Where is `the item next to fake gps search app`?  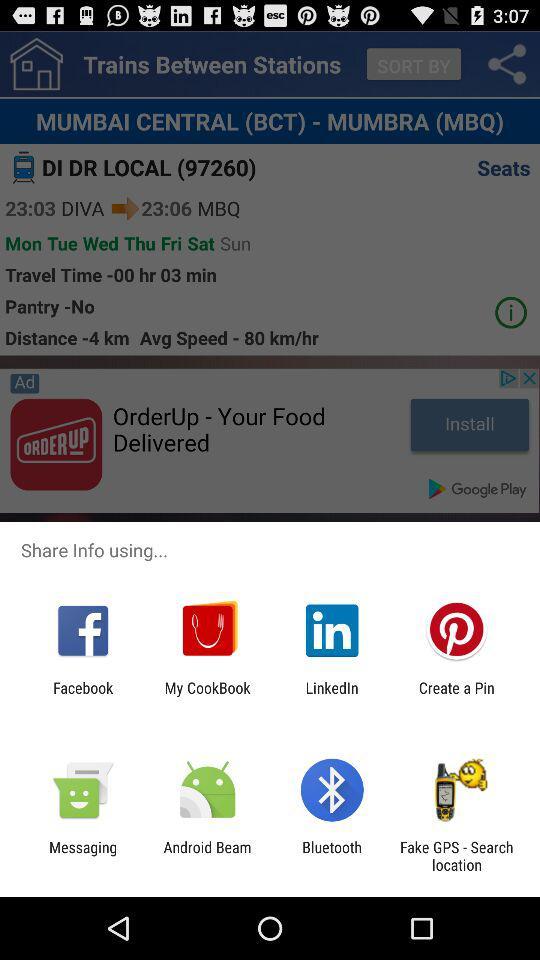 the item next to fake gps search app is located at coordinates (332, 855).